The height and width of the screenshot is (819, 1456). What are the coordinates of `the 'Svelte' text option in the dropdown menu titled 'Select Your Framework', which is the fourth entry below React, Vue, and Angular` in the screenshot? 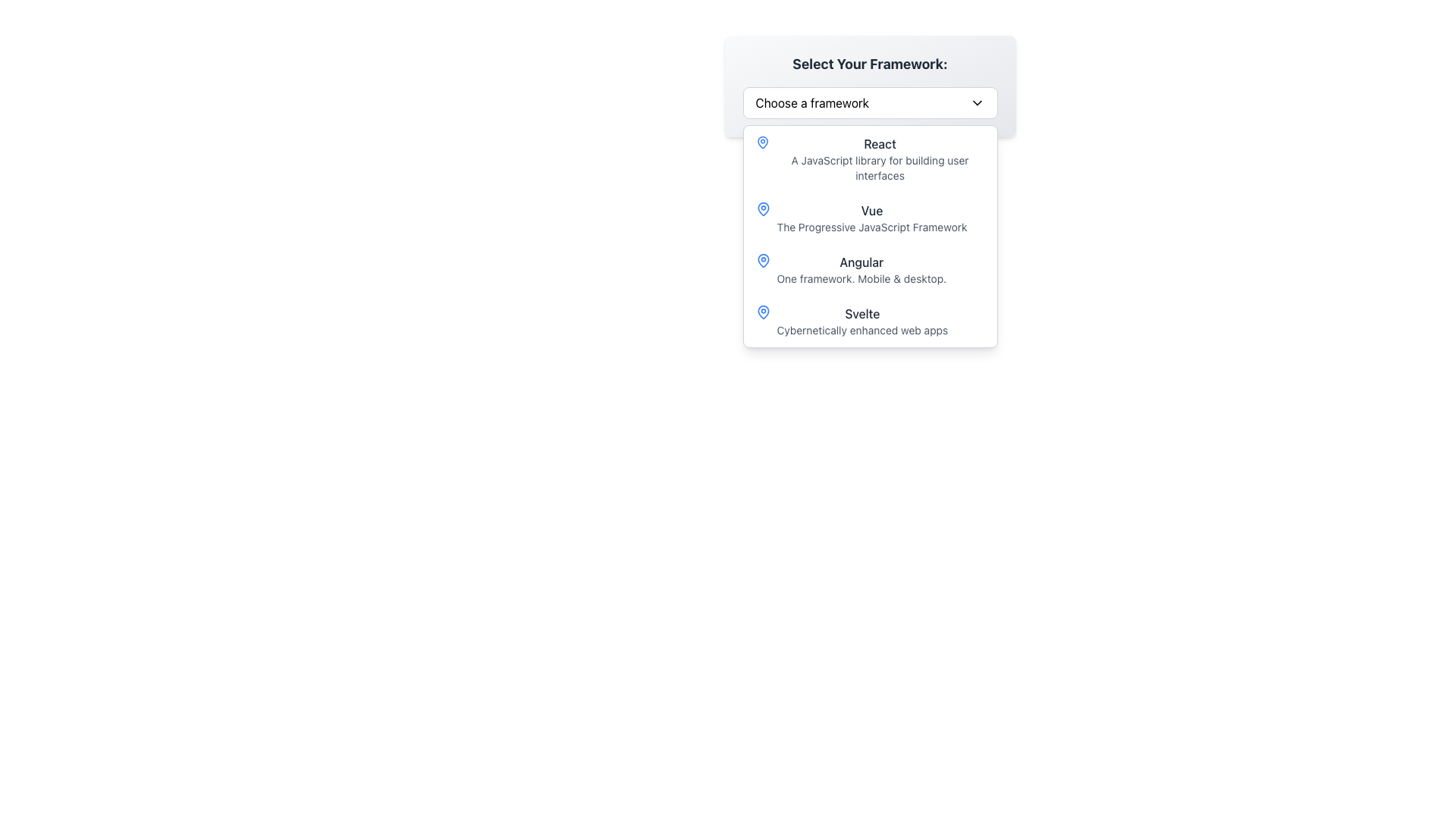 It's located at (862, 321).